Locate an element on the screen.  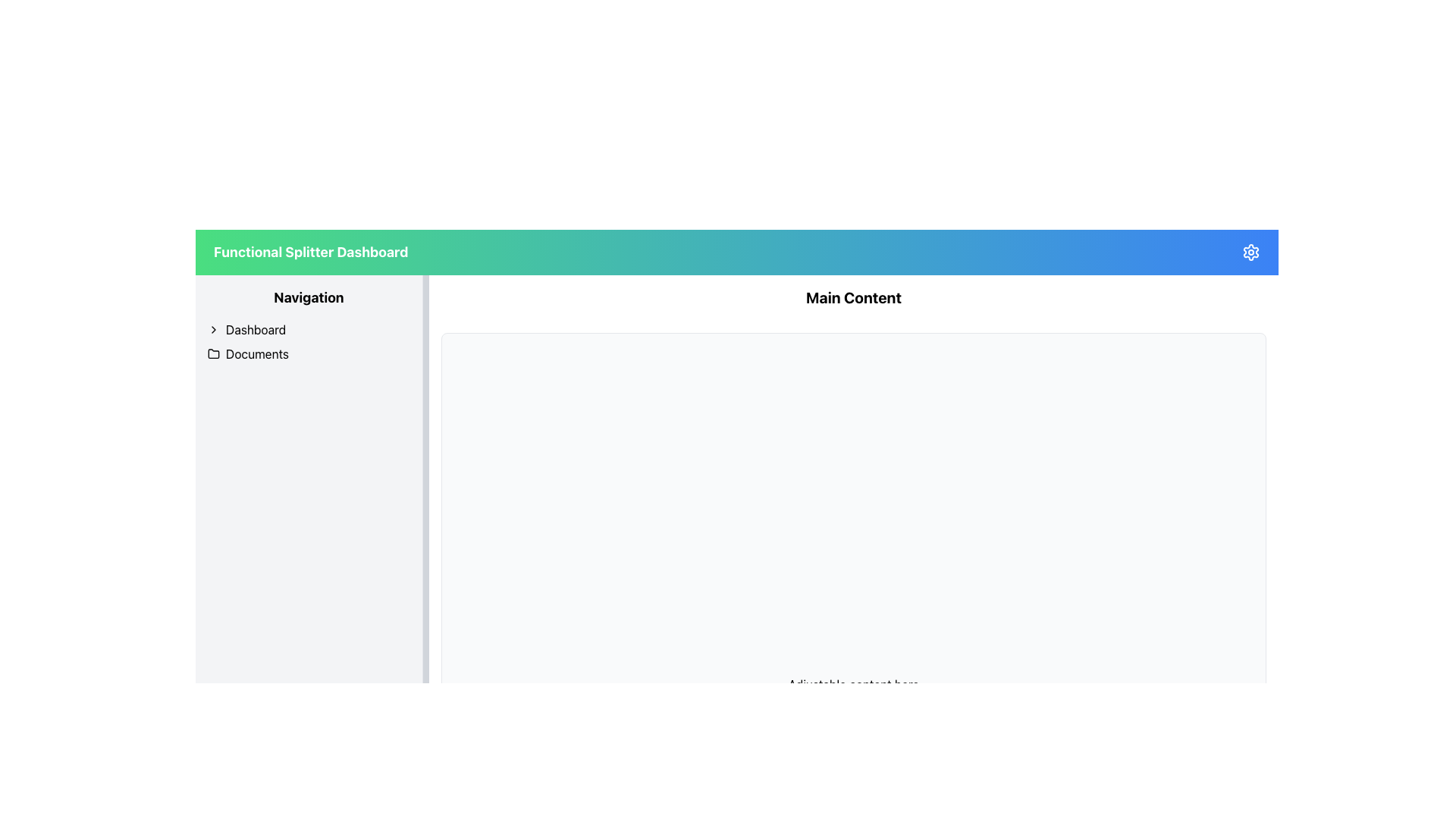
the settings gear icon located at the top-right corner of the header bar is located at coordinates (1251, 251).